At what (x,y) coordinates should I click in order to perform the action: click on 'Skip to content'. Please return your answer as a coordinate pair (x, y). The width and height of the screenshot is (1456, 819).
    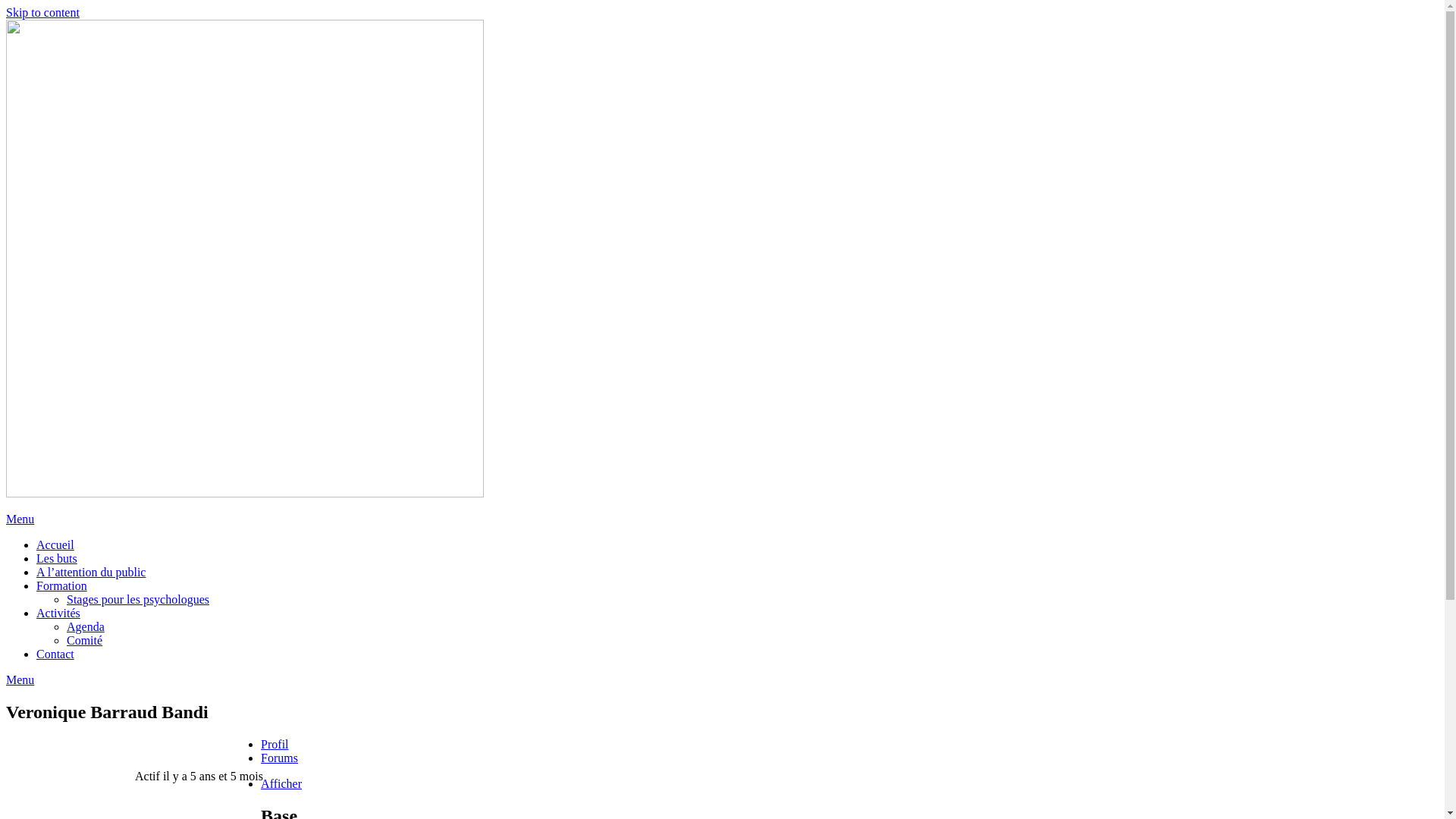
    Looking at the image, I should click on (42, 12).